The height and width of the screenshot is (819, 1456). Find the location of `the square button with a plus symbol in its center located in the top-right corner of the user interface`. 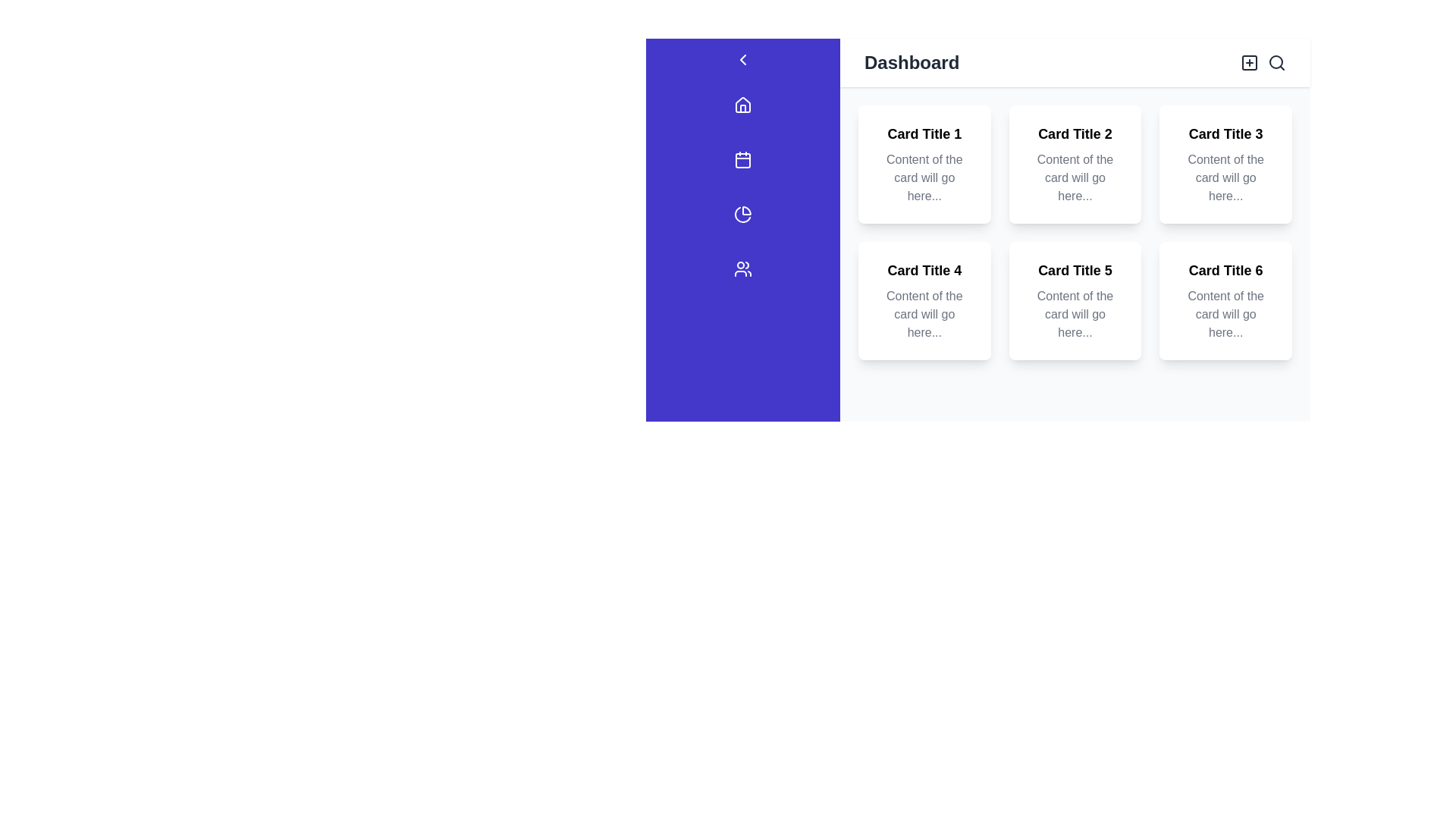

the square button with a plus symbol in its center located in the top-right corner of the user interface is located at coordinates (1249, 62).